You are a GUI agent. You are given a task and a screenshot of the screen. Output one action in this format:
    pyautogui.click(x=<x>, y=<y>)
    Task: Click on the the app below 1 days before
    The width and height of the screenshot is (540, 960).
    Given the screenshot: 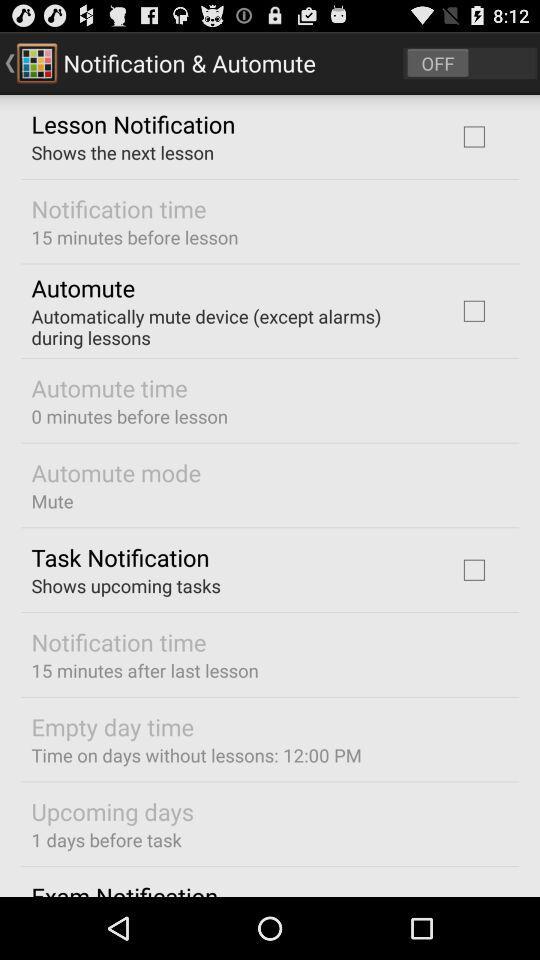 What is the action you would take?
    pyautogui.click(x=124, y=887)
    